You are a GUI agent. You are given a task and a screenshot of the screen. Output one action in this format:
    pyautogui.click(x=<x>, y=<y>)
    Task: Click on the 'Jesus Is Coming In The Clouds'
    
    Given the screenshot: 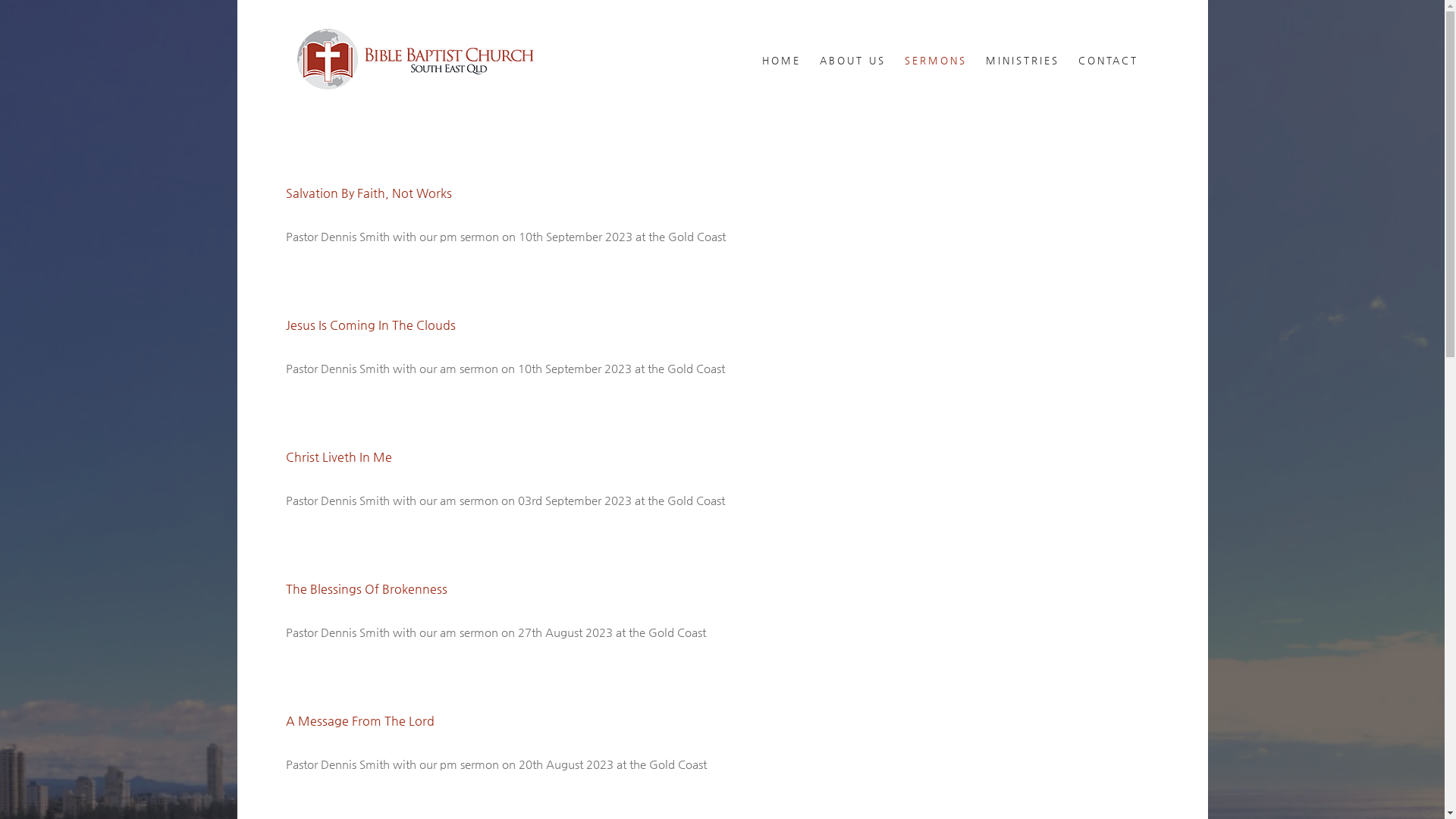 What is the action you would take?
    pyautogui.click(x=370, y=324)
    